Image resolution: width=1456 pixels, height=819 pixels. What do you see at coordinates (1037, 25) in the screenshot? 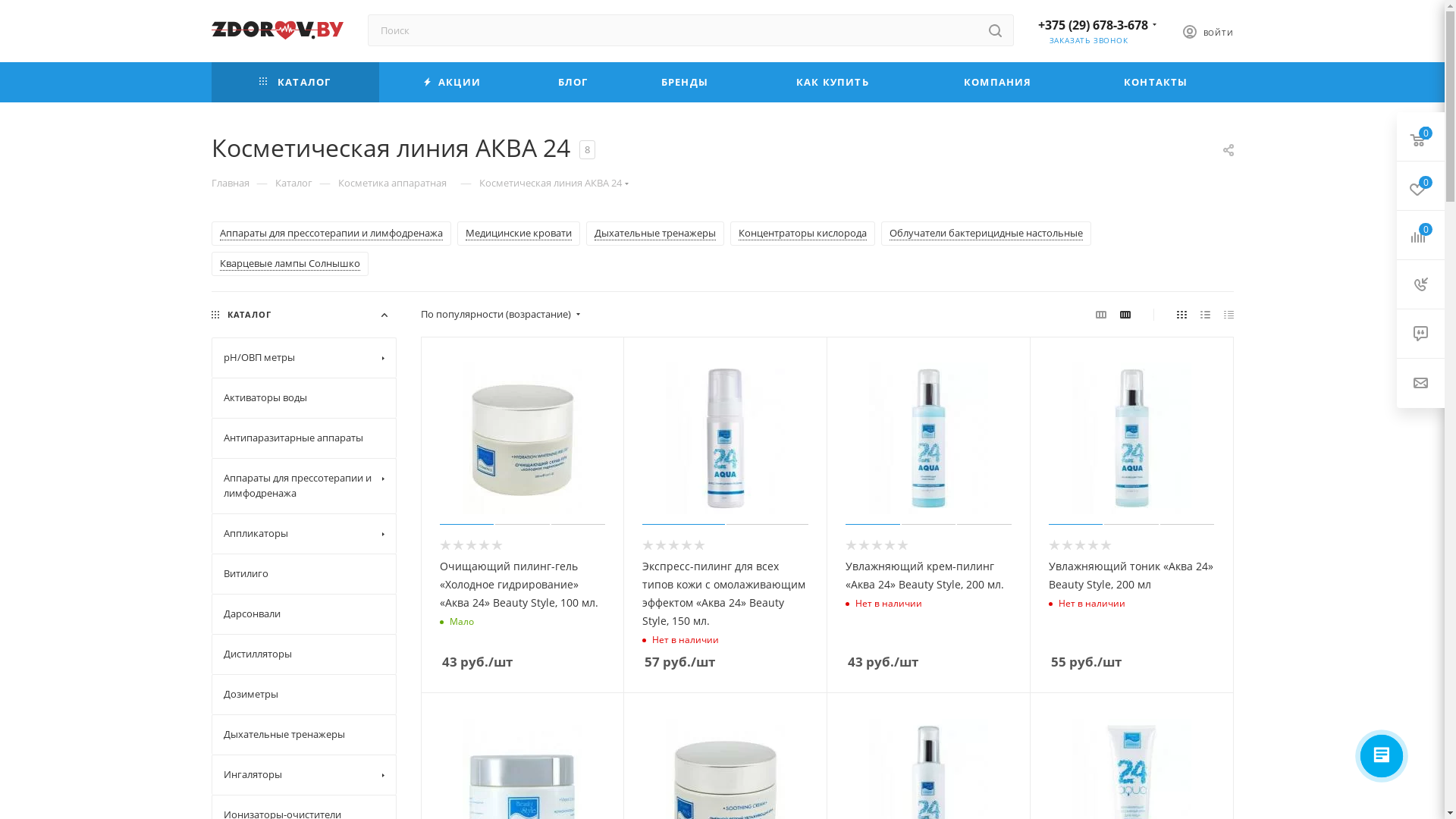
I see `'+375 (29) 678-3-678'` at bounding box center [1037, 25].